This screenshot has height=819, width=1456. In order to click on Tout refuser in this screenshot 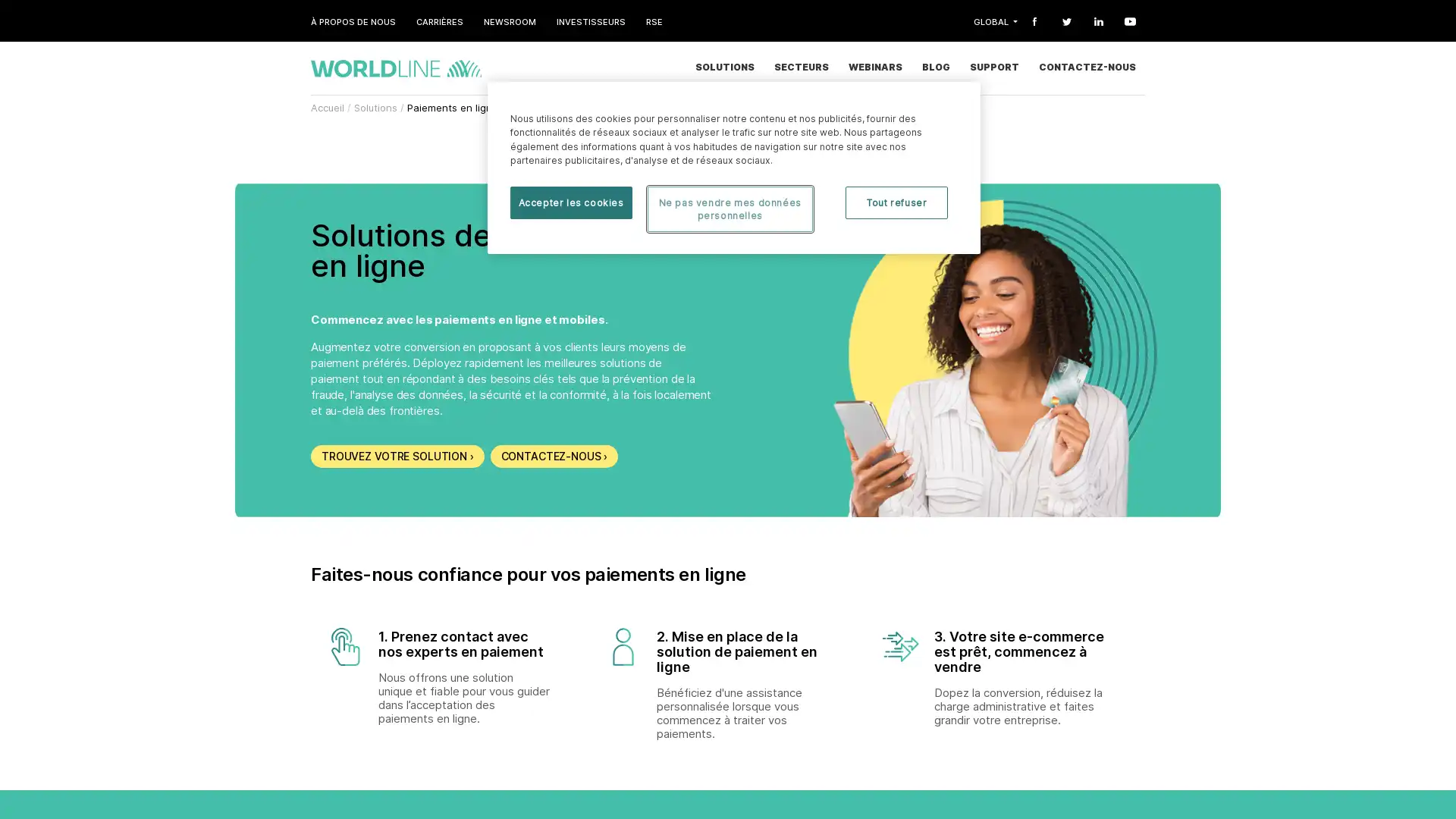, I will do `click(896, 202)`.